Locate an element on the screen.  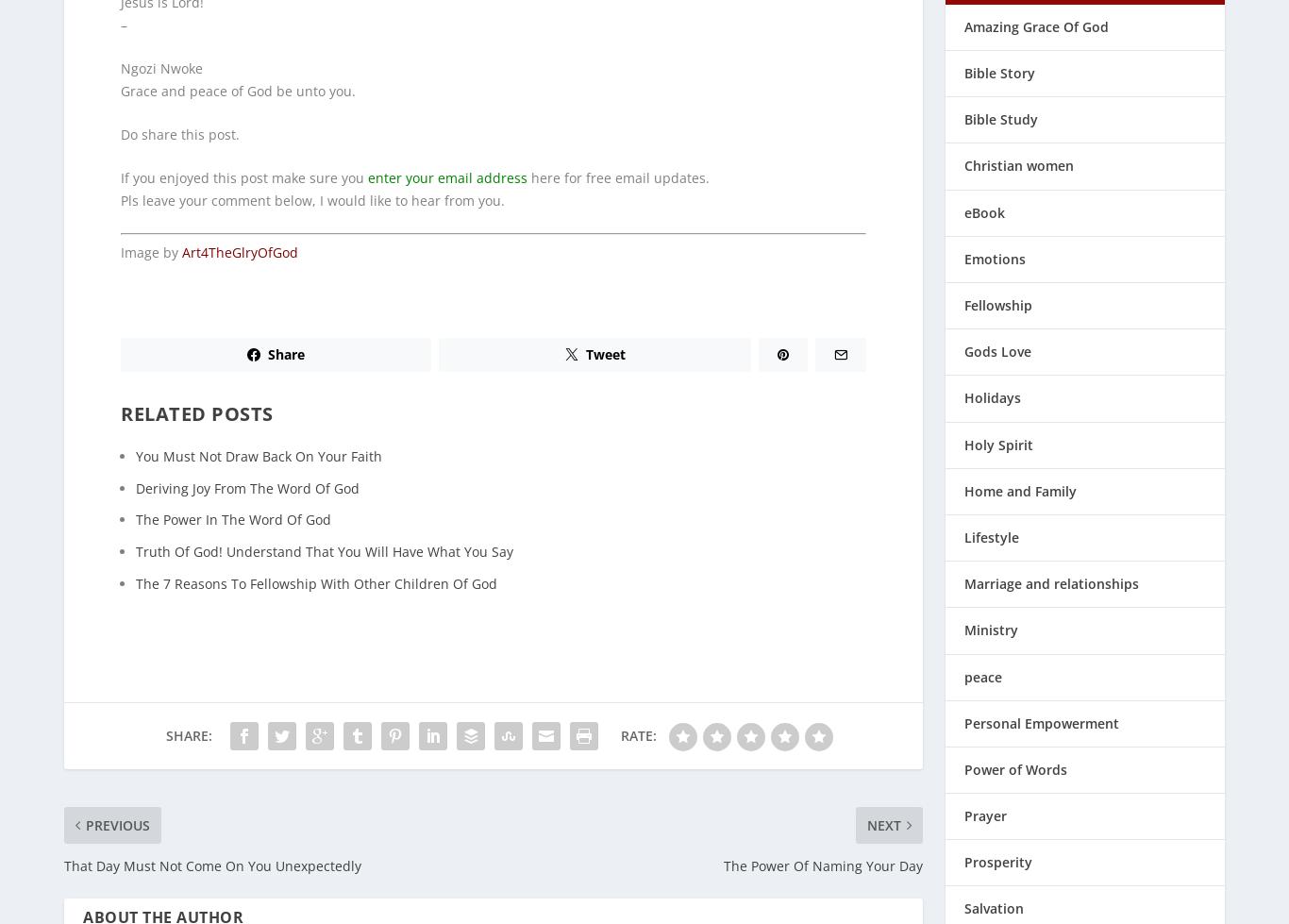
'Share' is located at coordinates (267, 342).